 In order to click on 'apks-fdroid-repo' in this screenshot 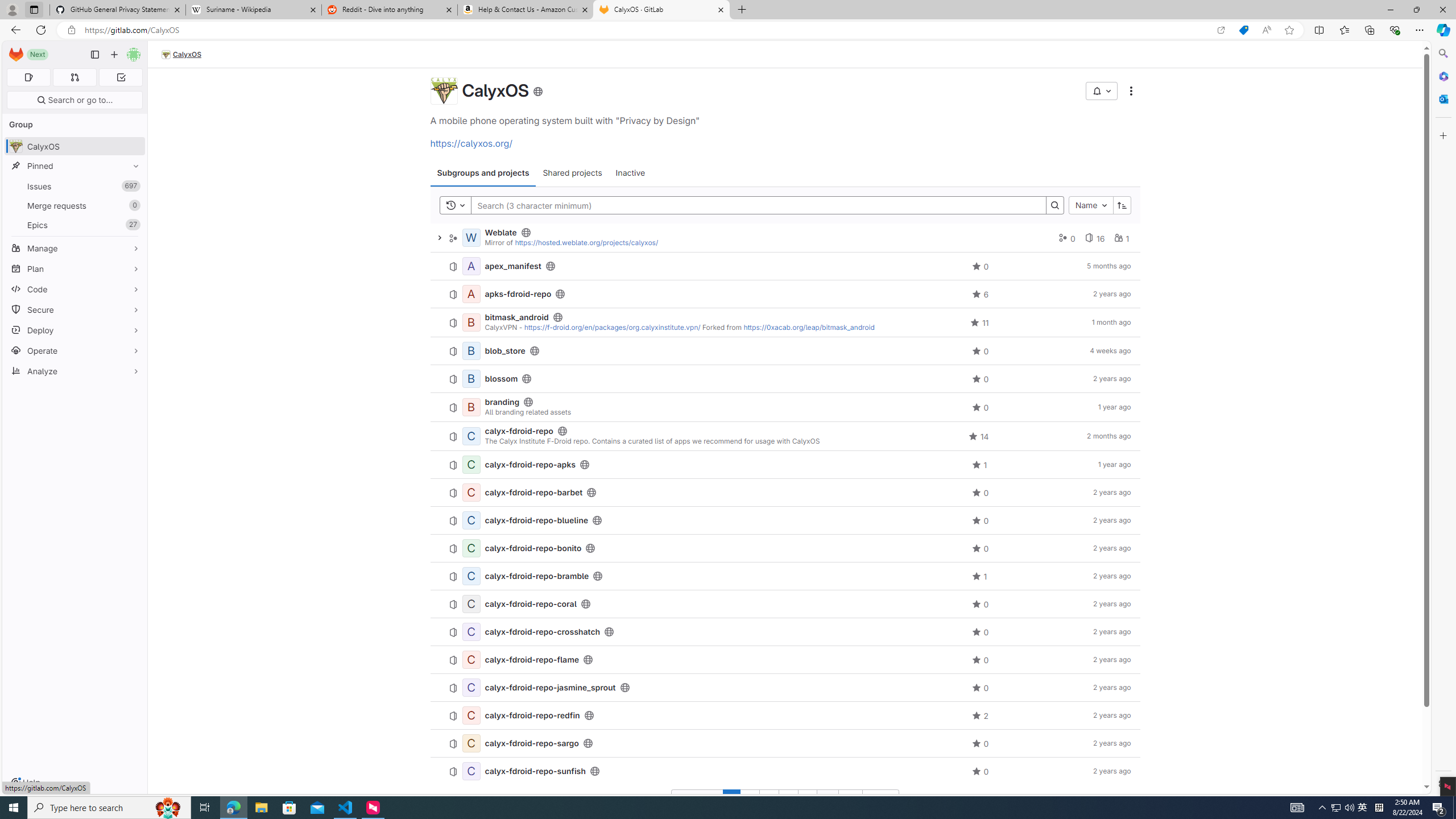, I will do `click(518, 293)`.